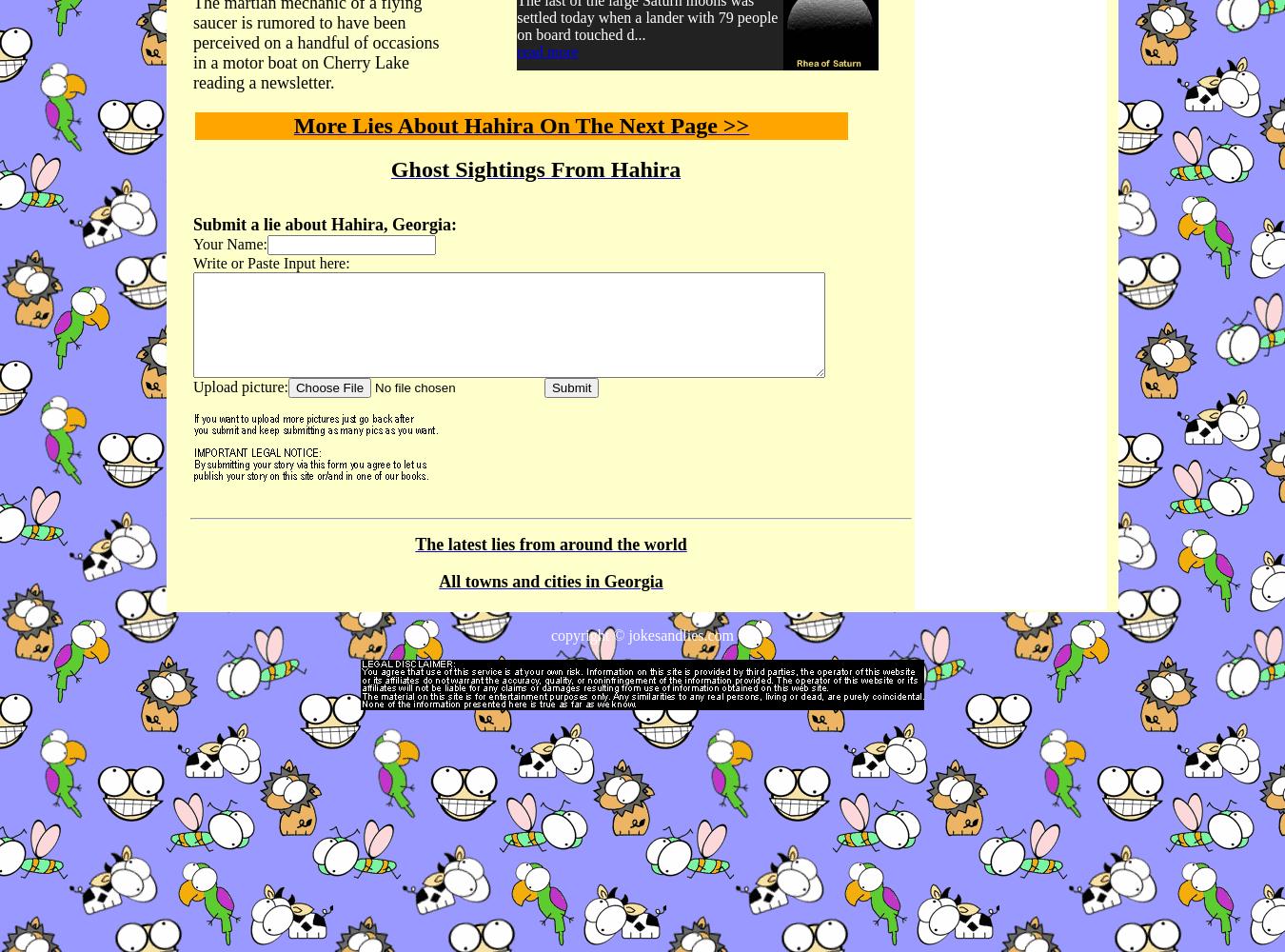 The height and width of the screenshot is (952, 1285). Describe the element at coordinates (193, 263) in the screenshot. I see `'Write or Paste Input here:'` at that location.